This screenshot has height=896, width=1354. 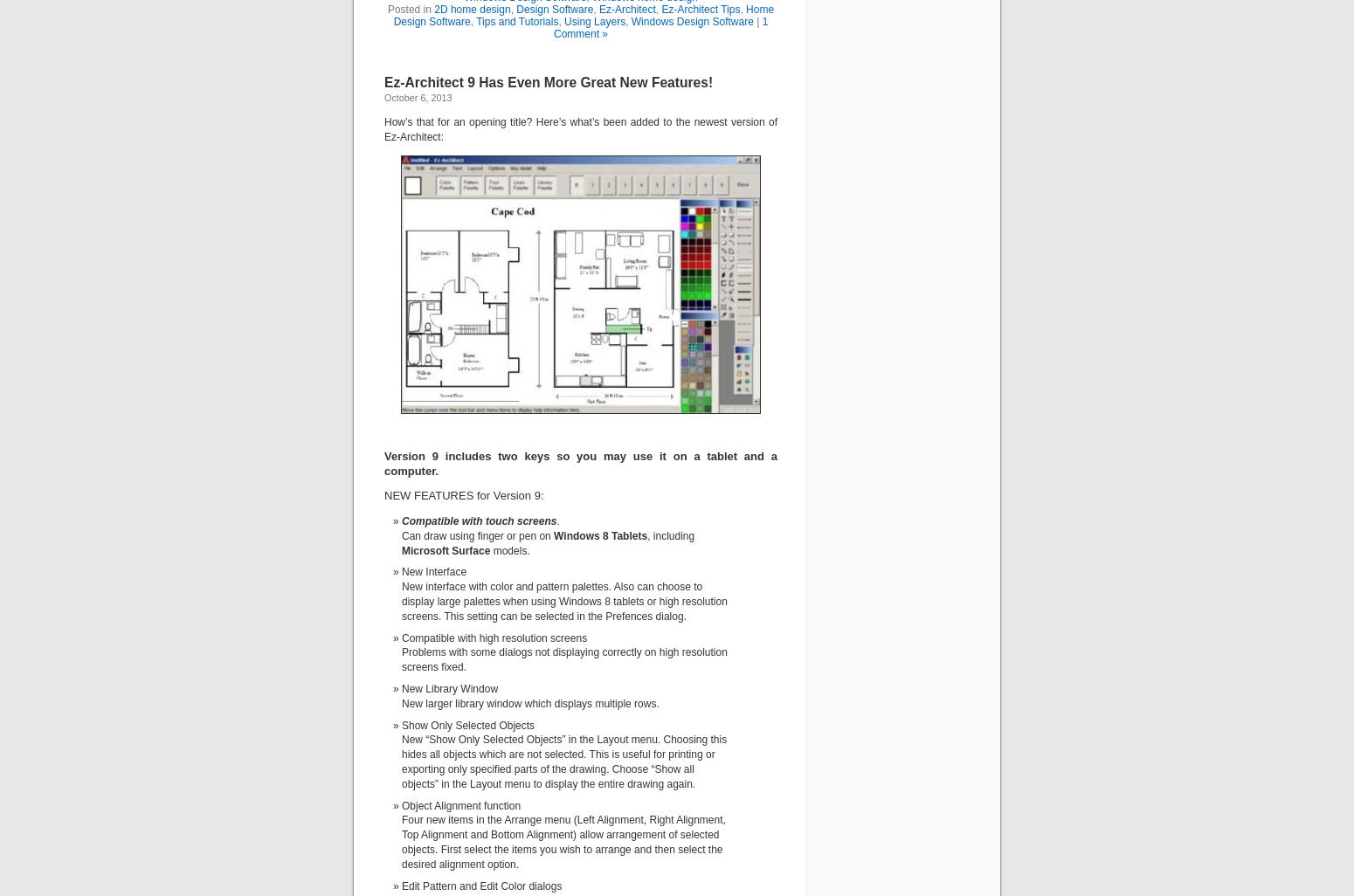 I want to click on 'Show Only Selected Objects', so click(x=466, y=725).